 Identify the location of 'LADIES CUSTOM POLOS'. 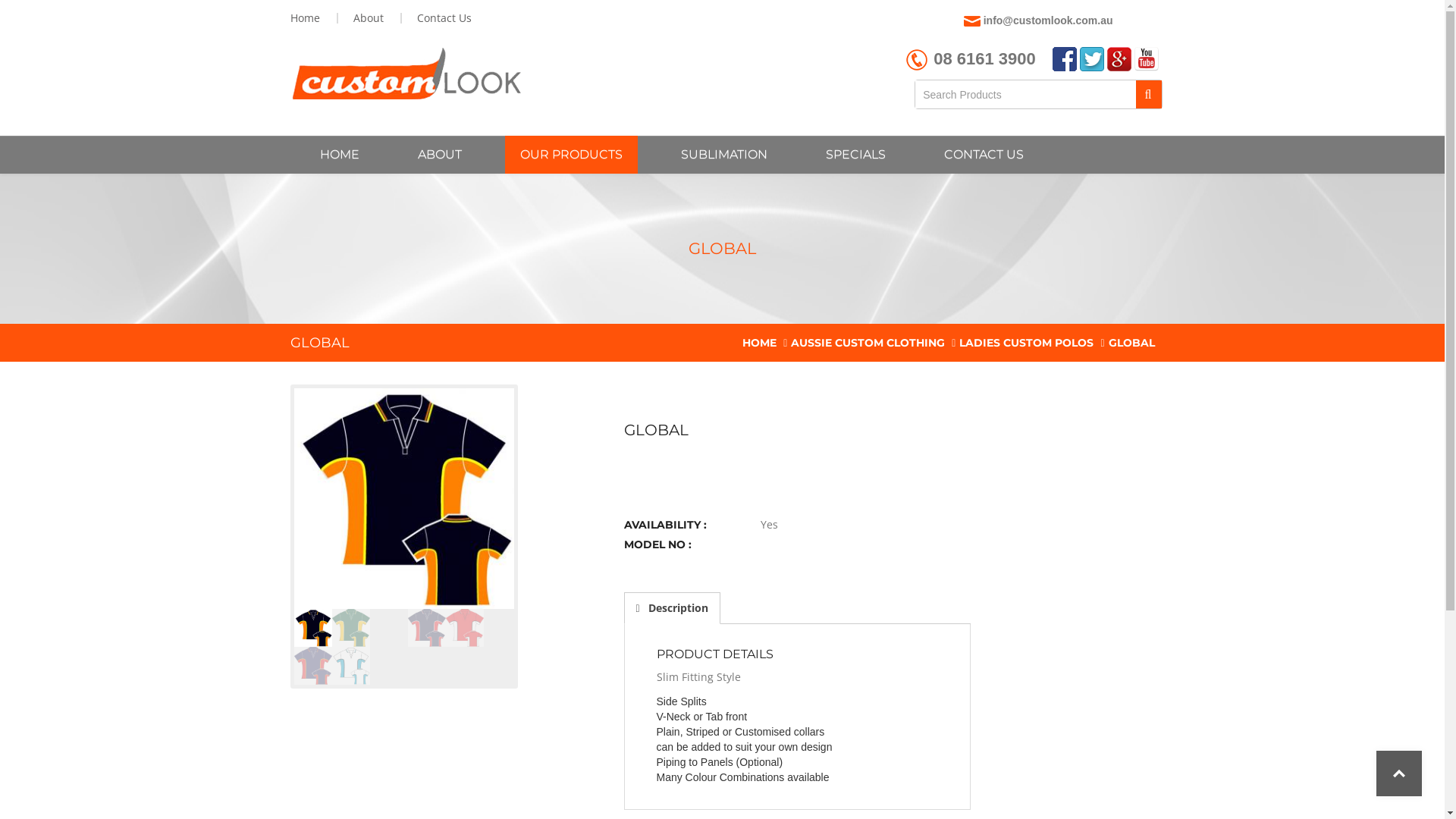
(1026, 342).